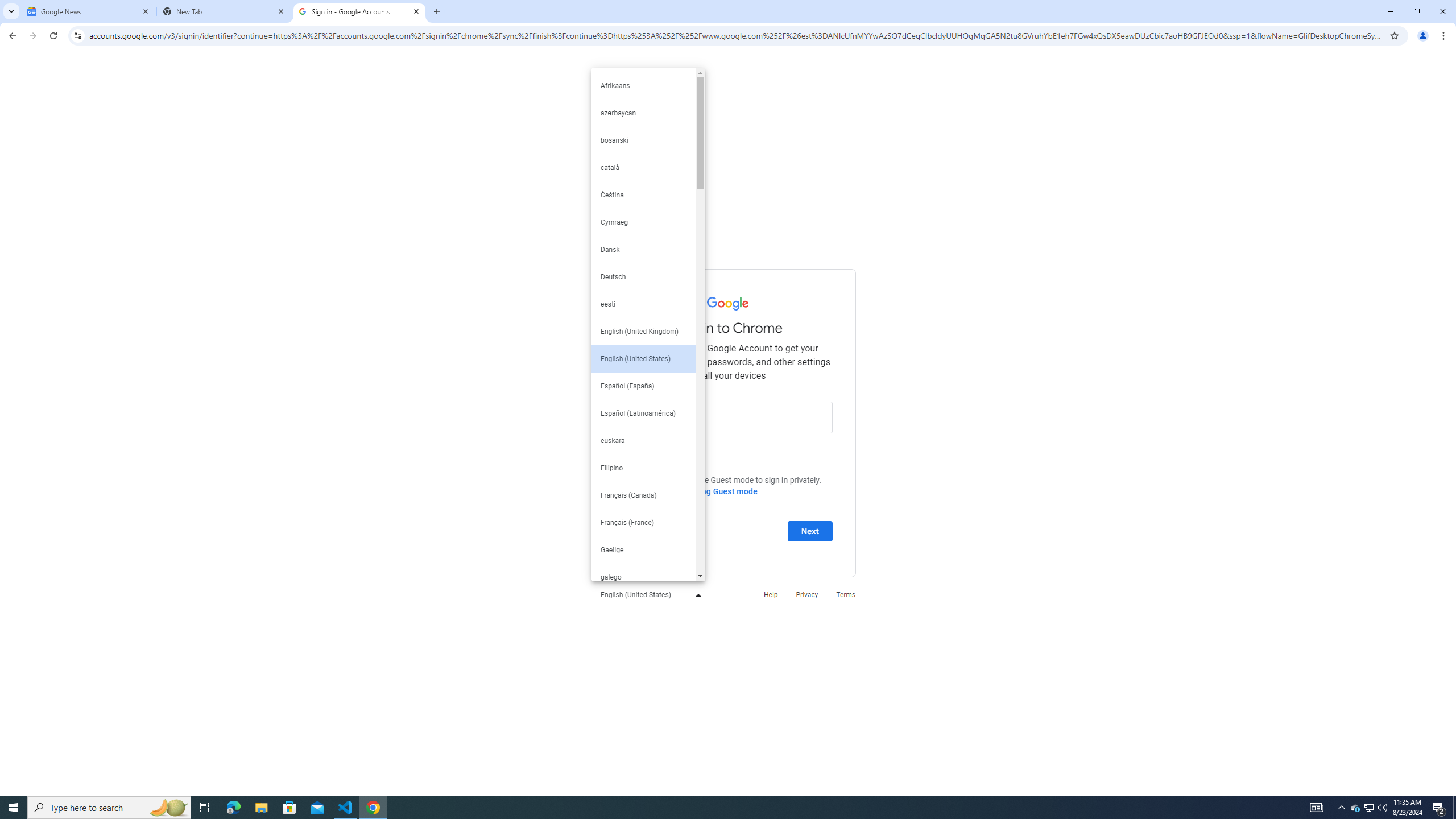 Image resolution: width=1456 pixels, height=819 pixels. What do you see at coordinates (643, 249) in the screenshot?
I see `'Dansk'` at bounding box center [643, 249].